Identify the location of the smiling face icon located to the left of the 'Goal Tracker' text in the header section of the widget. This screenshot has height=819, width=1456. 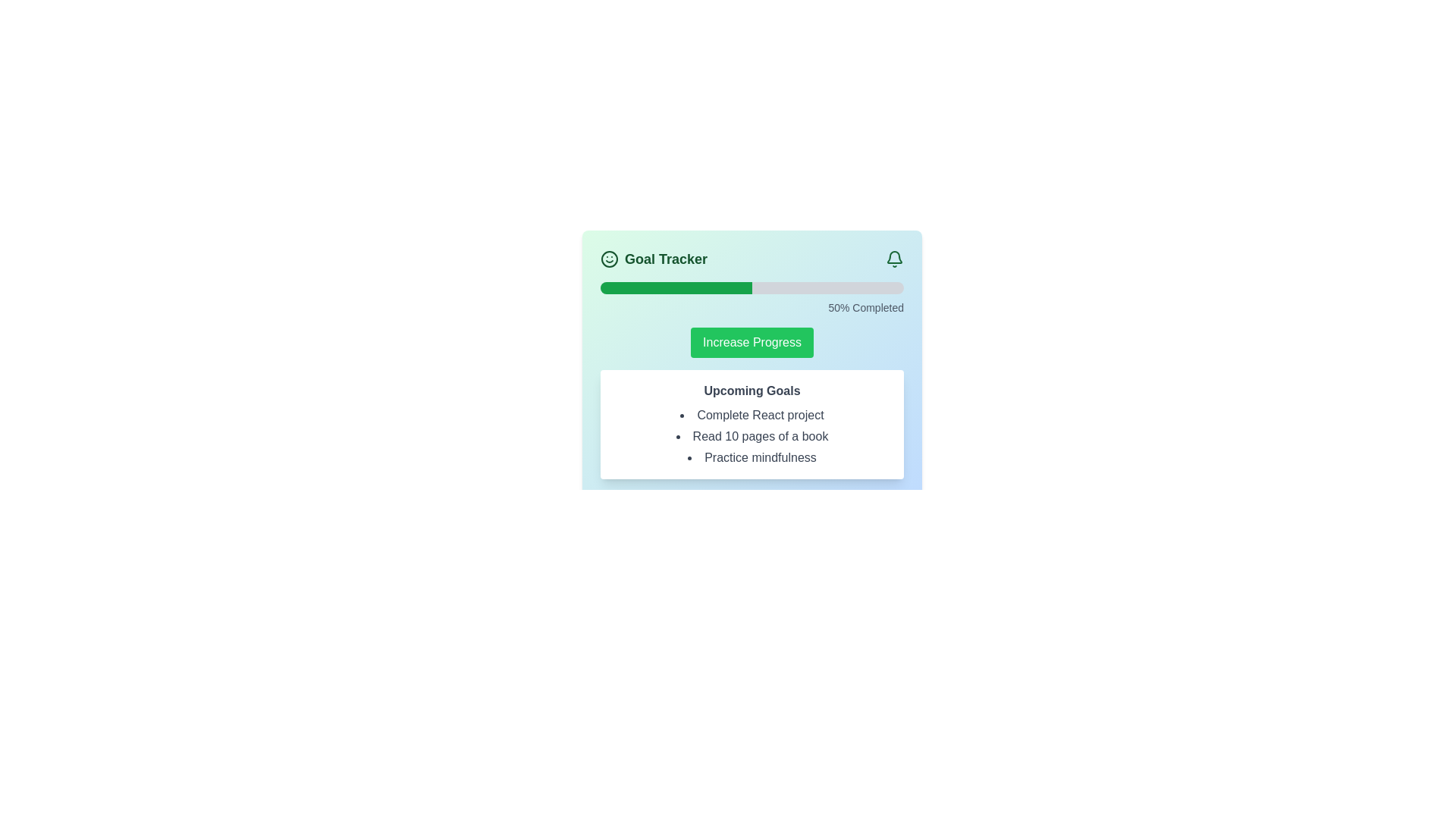
(610, 259).